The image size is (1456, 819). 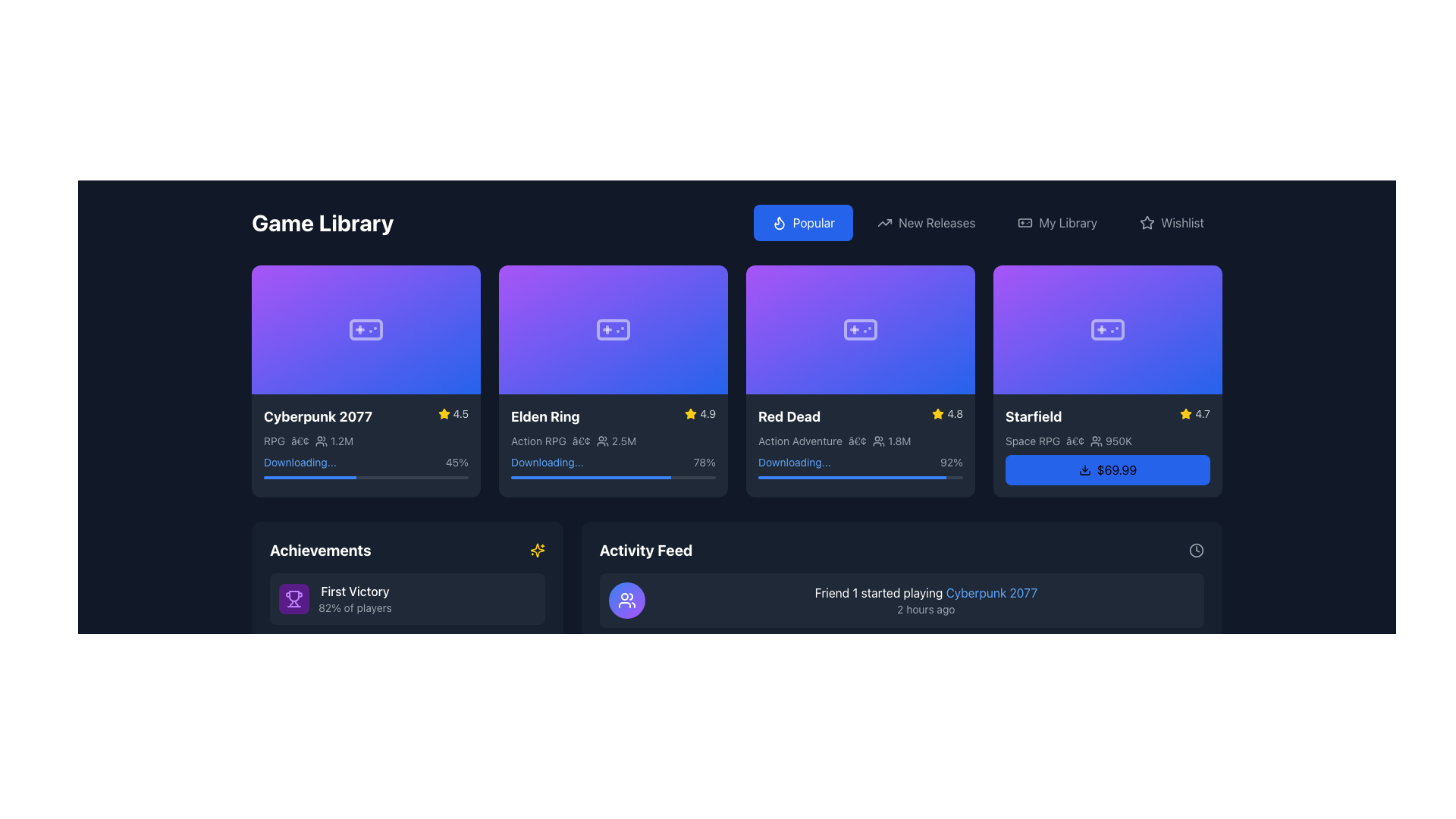 I want to click on the visual indicator element displaying the user rating for the 'Starfield' game, located in the top-right corner of the 'Starfield' card in the 'Game Library' section, so click(x=1194, y=413).